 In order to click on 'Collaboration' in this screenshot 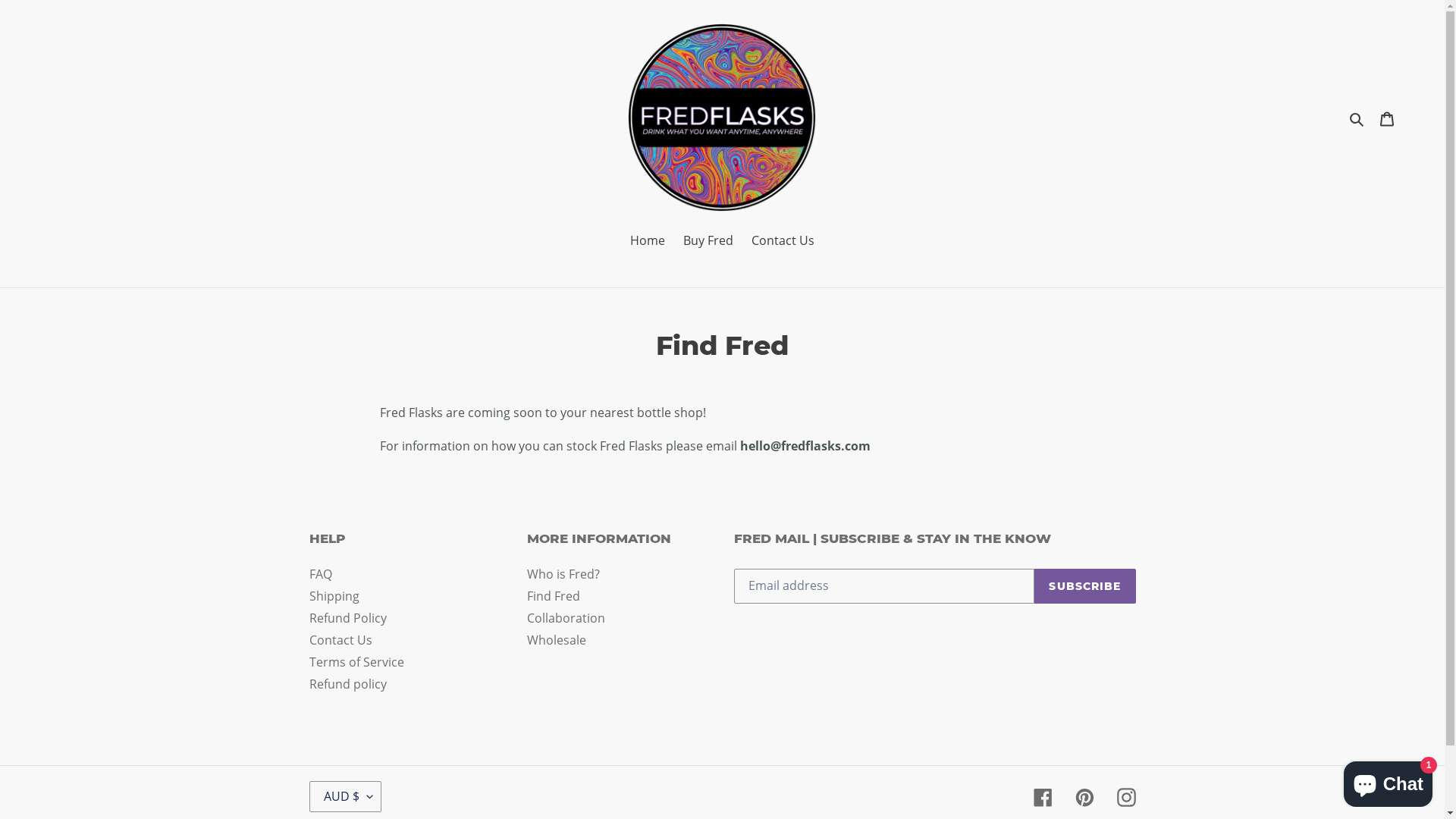, I will do `click(565, 617)`.